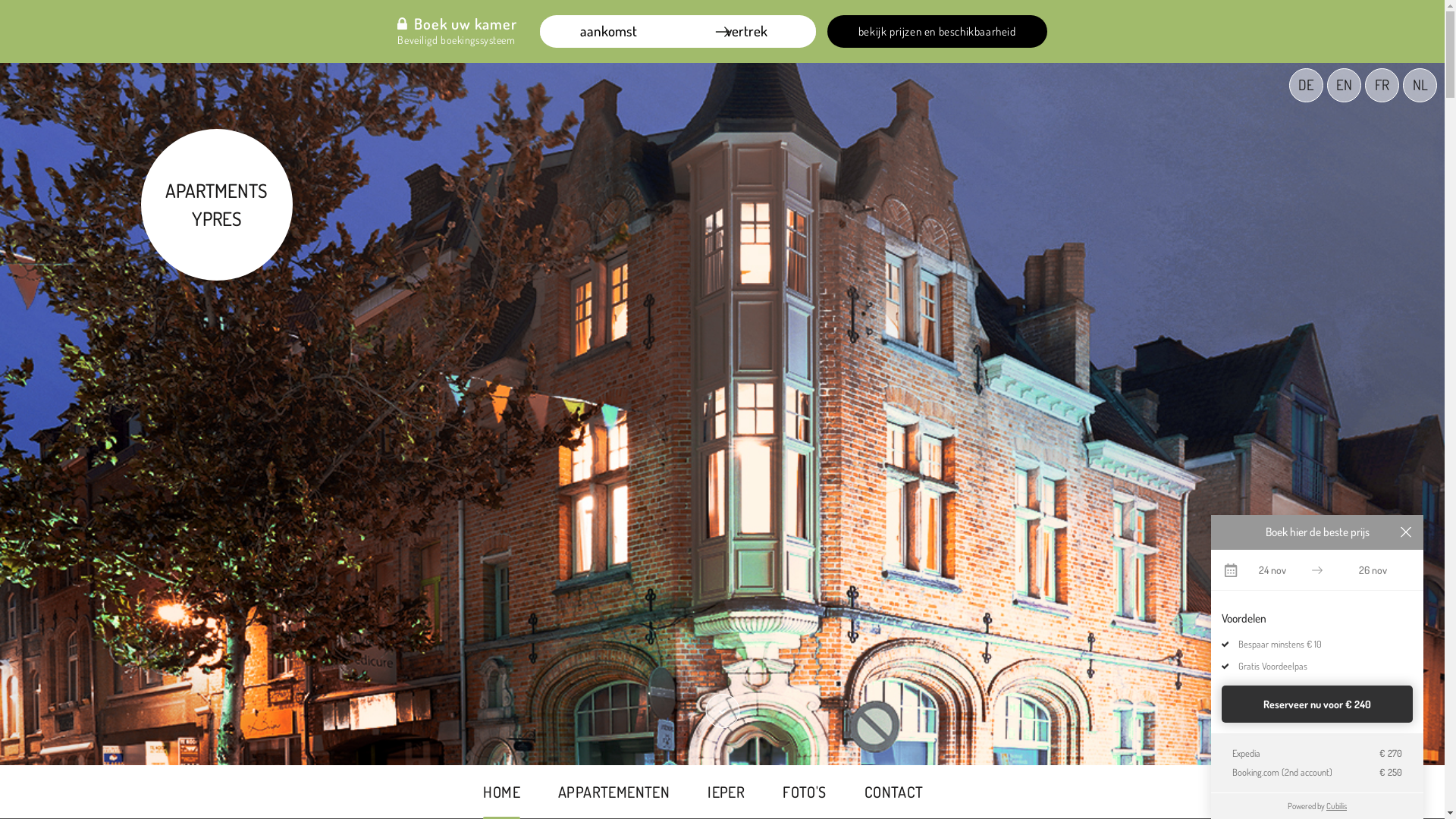 This screenshot has height=819, width=1456. I want to click on 'bekijk prijzen en beschikbaarheid', so click(937, 31).